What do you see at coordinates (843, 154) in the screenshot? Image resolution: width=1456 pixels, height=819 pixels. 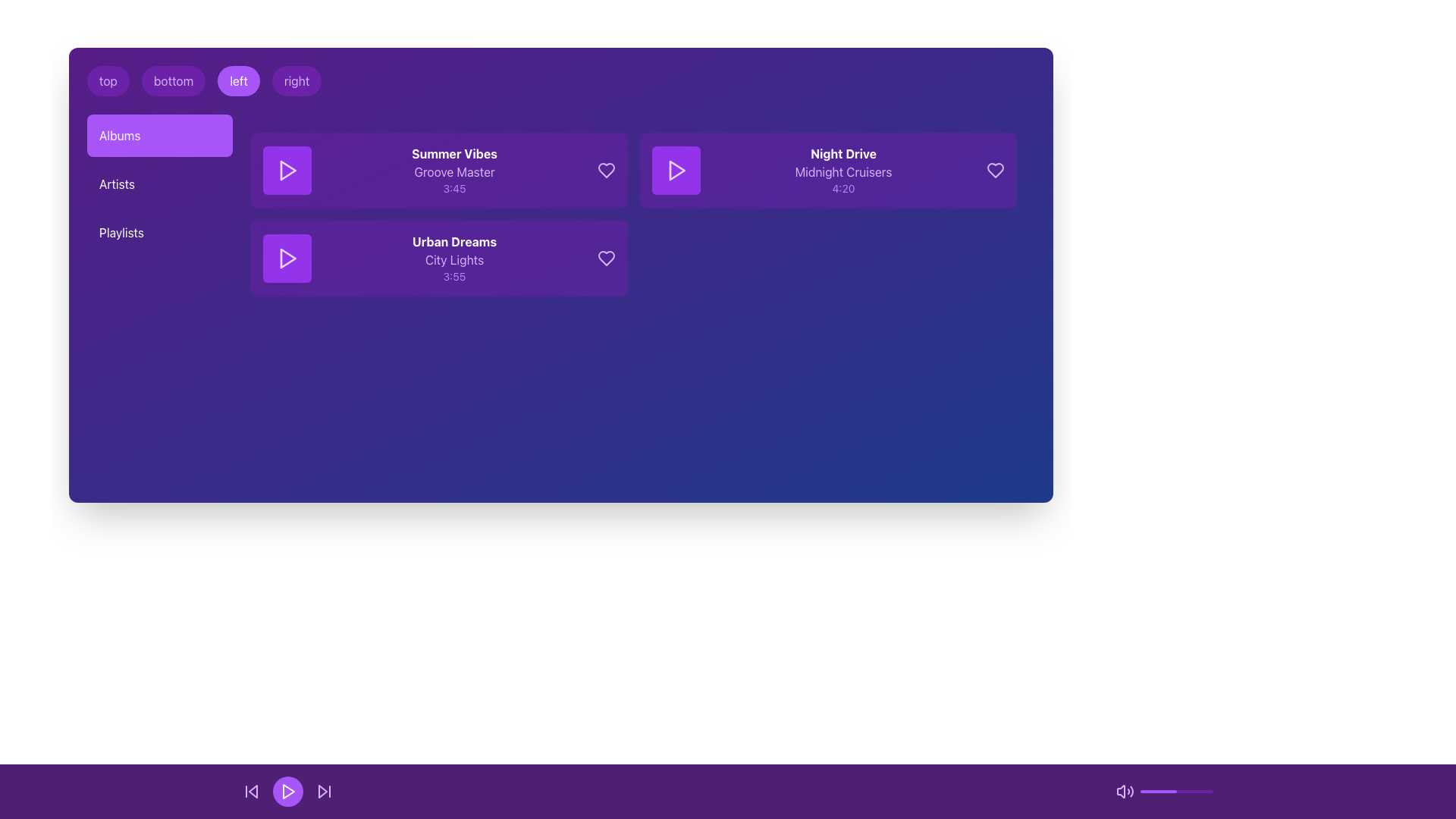 I see `the text label representing the title of a song or audio track, located at the top of the group in the 'Albums' section, positioned in the right-aligned column of list items` at bounding box center [843, 154].